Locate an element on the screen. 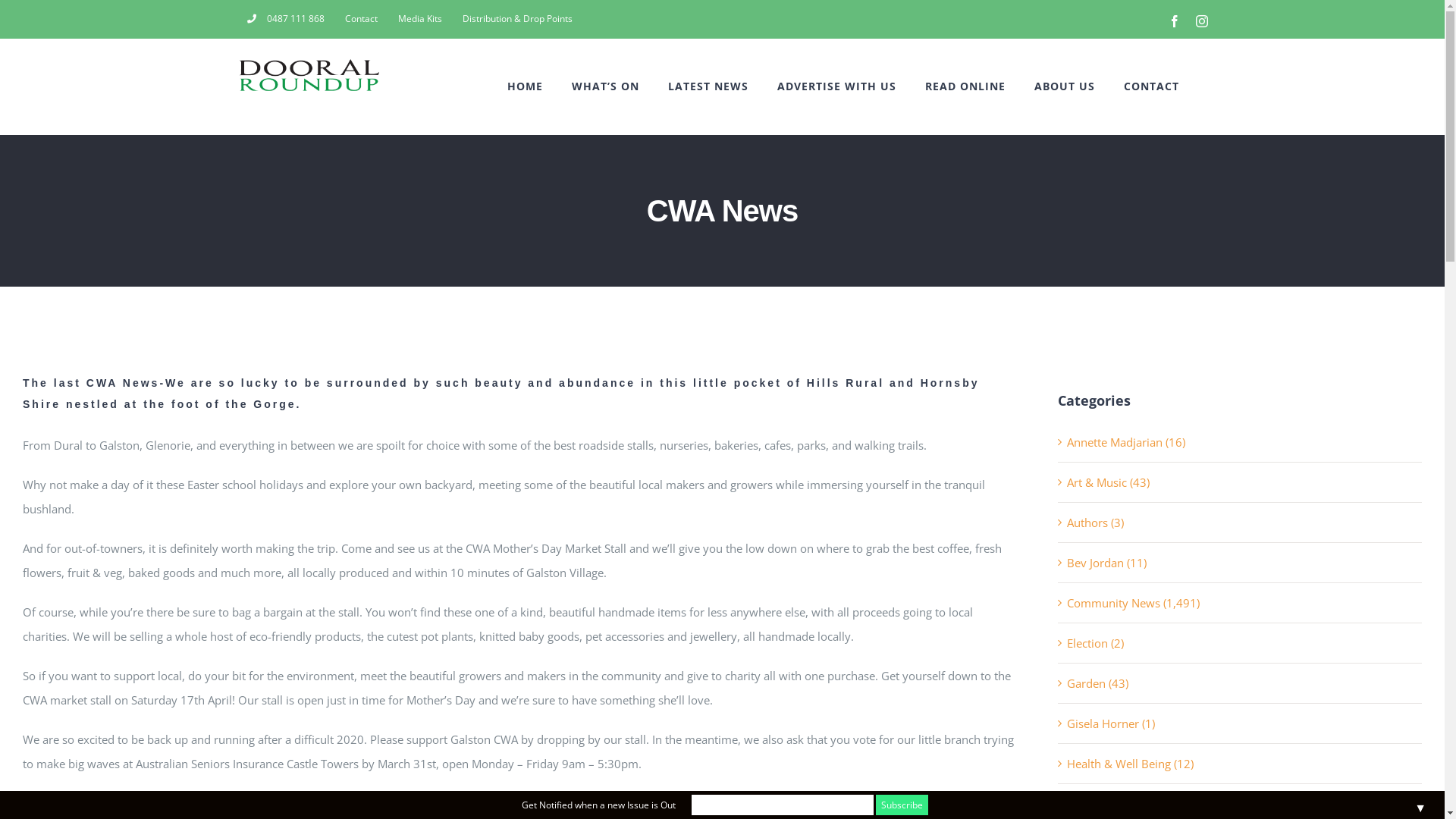 The height and width of the screenshot is (819, 1456). 'Contact' is located at coordinates (360, 18).